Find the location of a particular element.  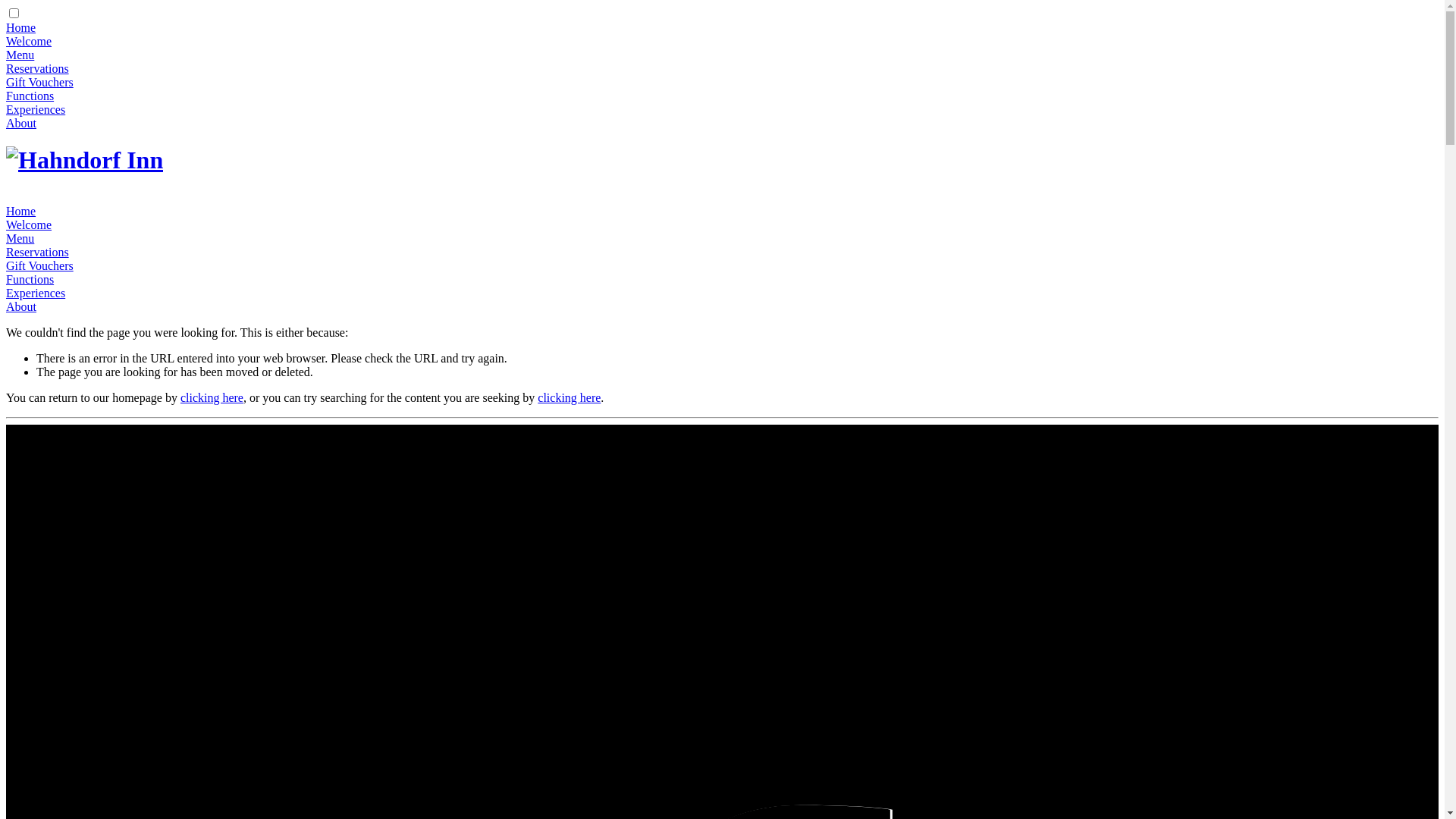

'clicking here' is located at coordinates (211, 397).